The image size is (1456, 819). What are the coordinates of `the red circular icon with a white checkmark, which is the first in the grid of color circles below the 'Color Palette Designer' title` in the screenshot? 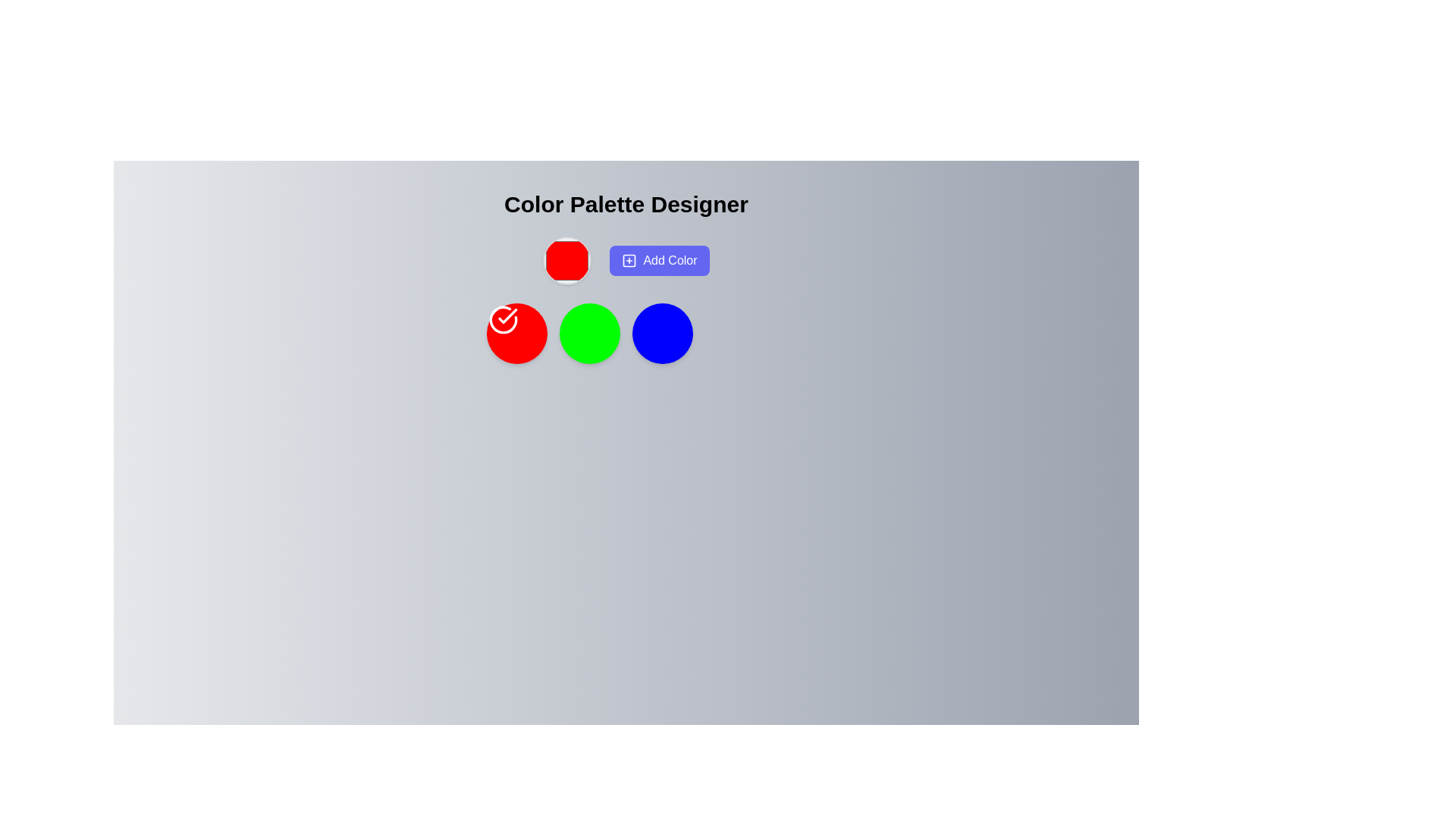 It's located at (516, 332).